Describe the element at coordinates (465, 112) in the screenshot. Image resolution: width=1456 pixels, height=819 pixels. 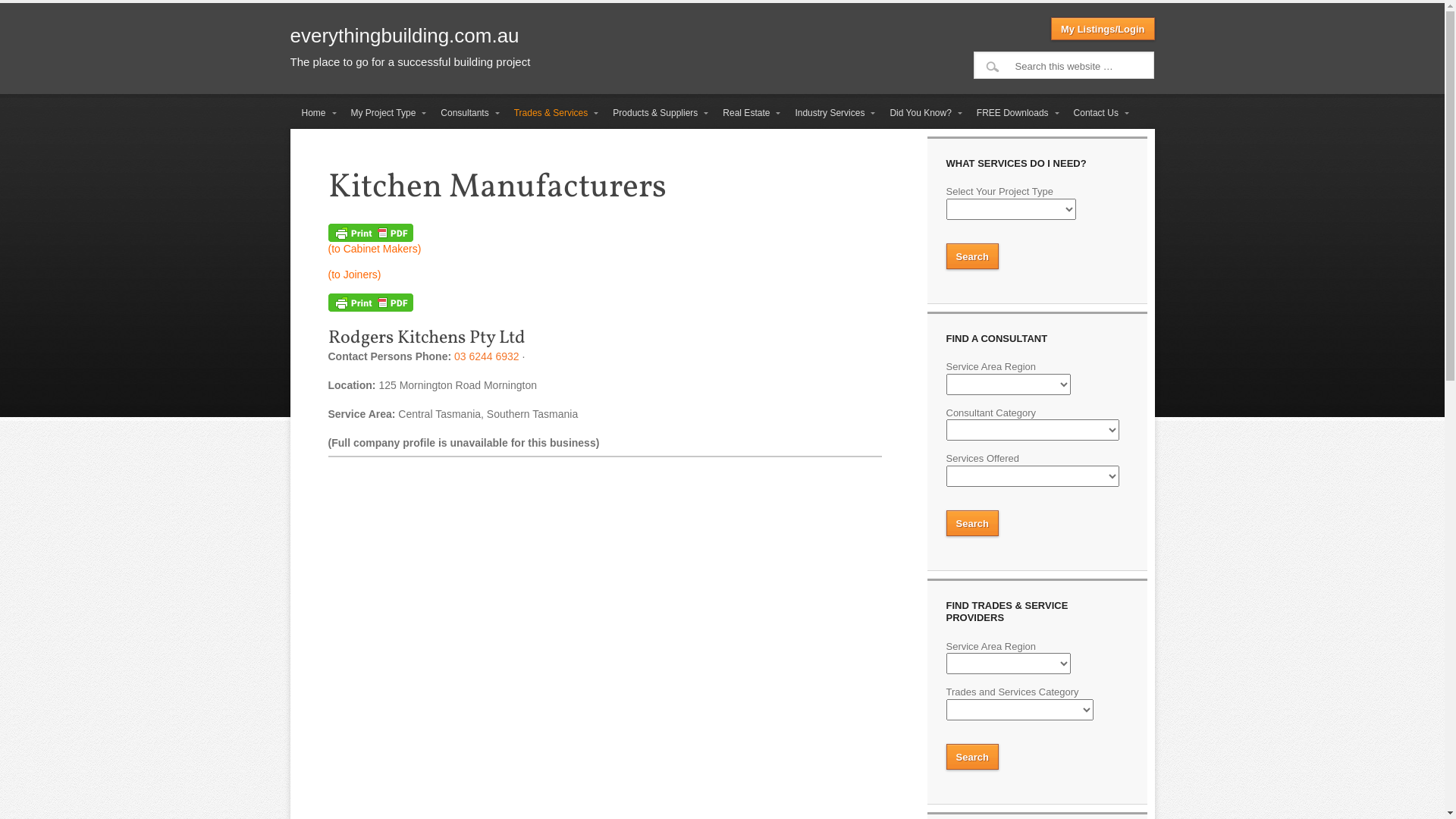
I see `'Consultants'` at that location.